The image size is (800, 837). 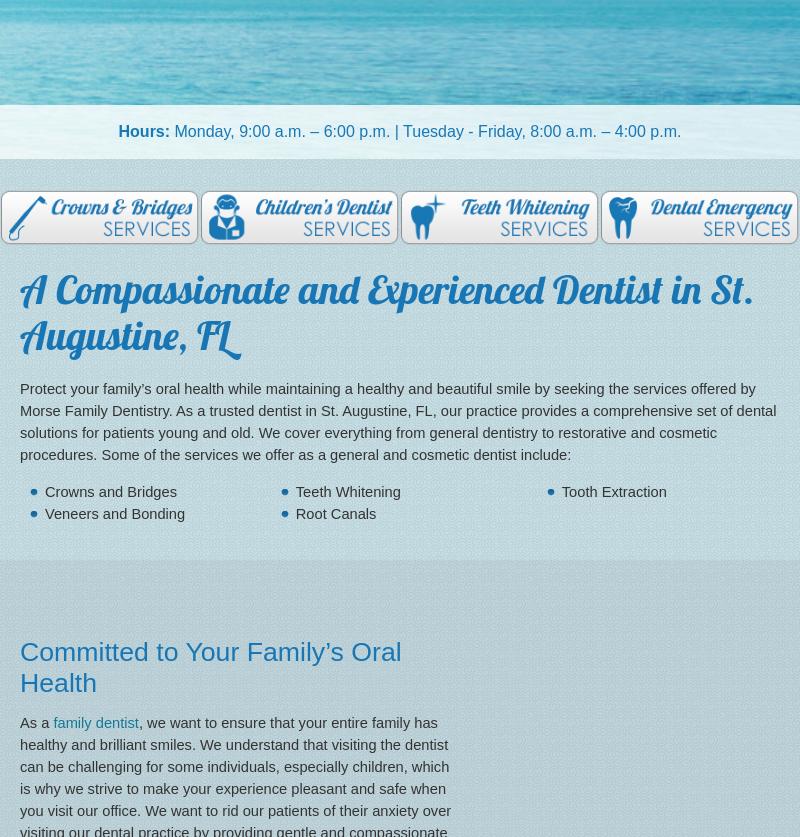 What do you see at coordinates (613, 489) in the screenshot?
I see `'Tooth Extraction'` at bounding box center [613, 489].